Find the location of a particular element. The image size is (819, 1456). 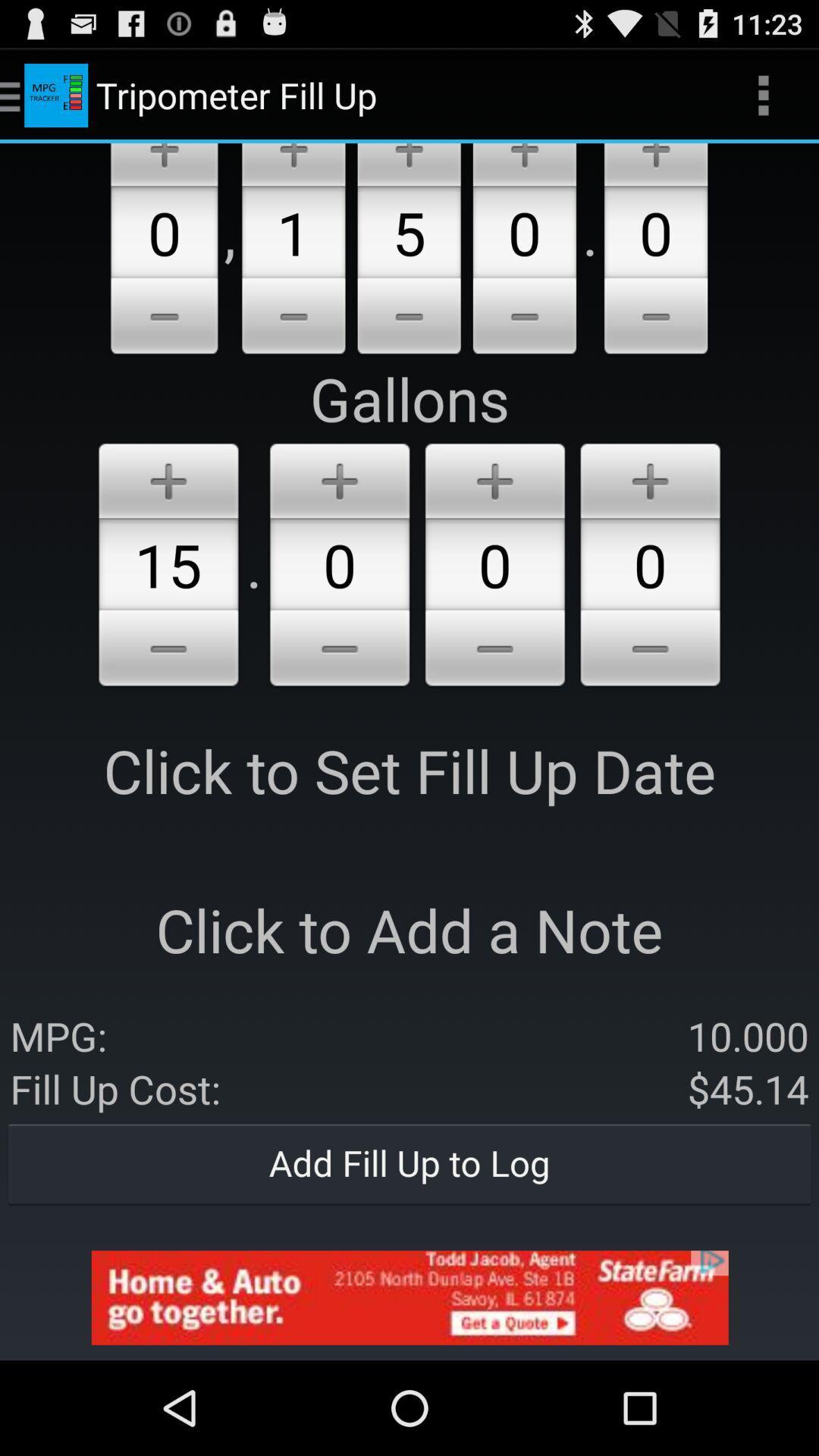

reduce one number is located at coordinates (494, 651).